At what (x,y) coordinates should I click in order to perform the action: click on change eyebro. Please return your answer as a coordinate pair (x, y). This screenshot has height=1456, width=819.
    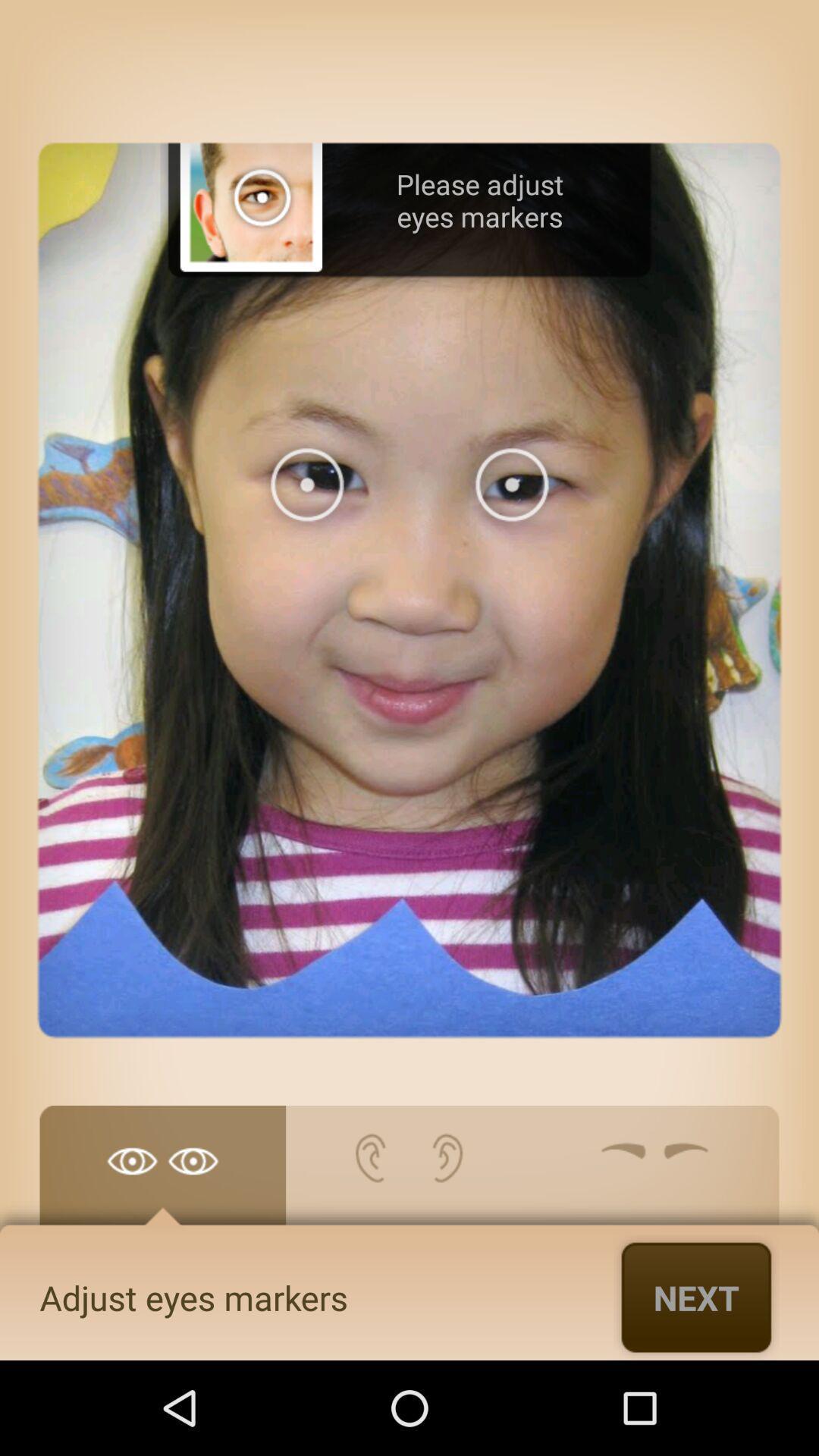
    Looking at the image, I should click on (654, 1172).